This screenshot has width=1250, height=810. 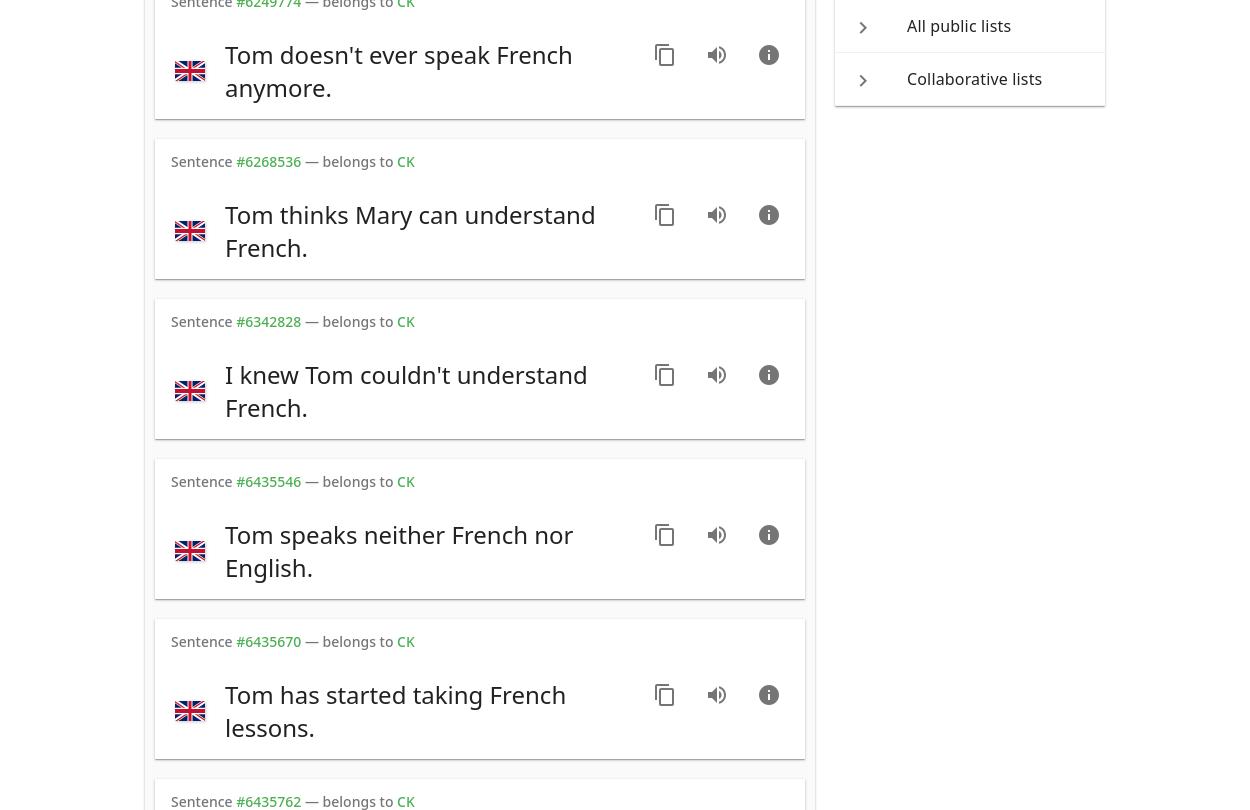 What do you see at coordinates (410, 230) in the screenshot?
I see `'Tom thinks Mary can understand French.'` at bounding box center [410, 230].